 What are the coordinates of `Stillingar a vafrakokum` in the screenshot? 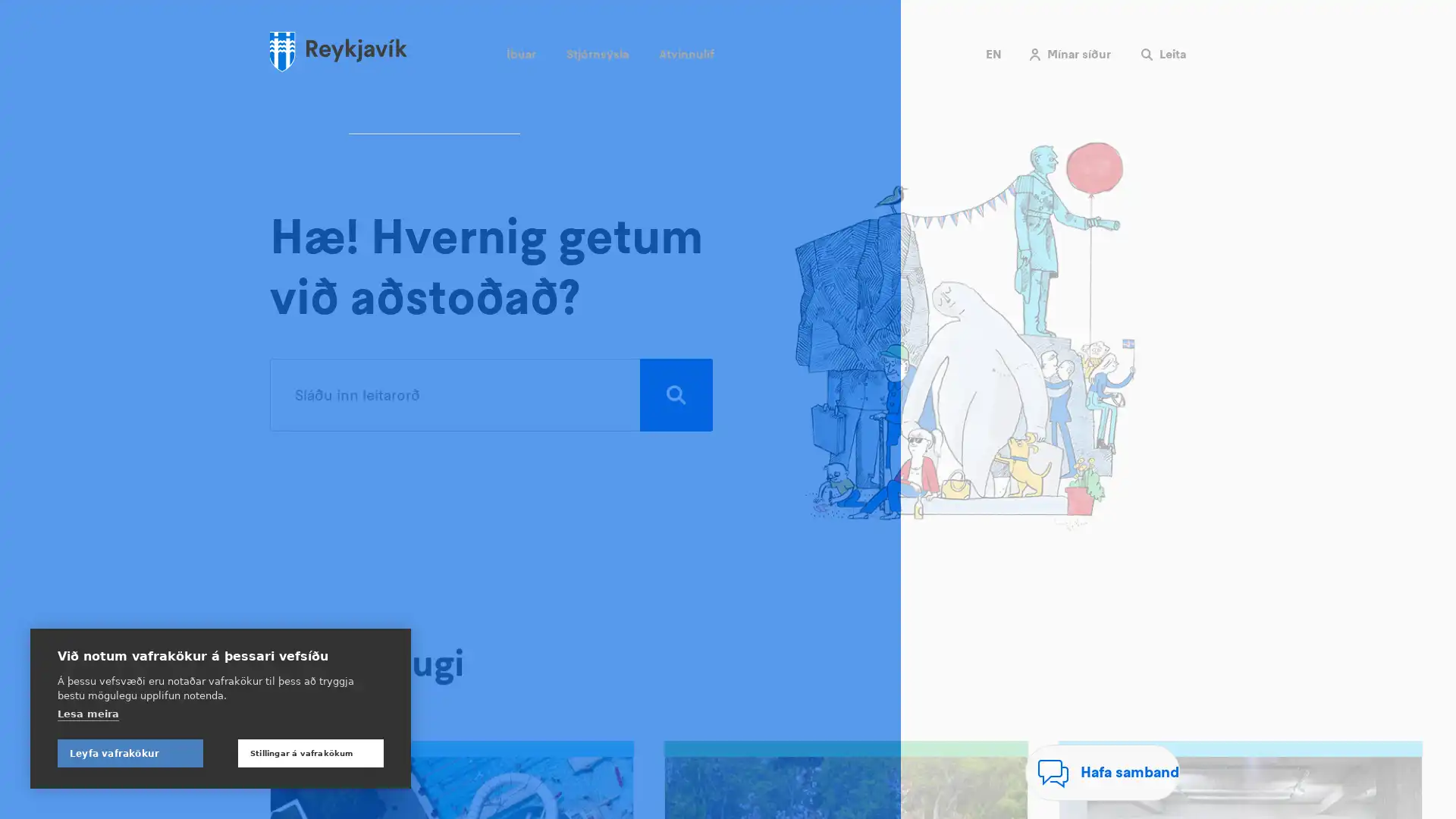 It's located at (309, 753).